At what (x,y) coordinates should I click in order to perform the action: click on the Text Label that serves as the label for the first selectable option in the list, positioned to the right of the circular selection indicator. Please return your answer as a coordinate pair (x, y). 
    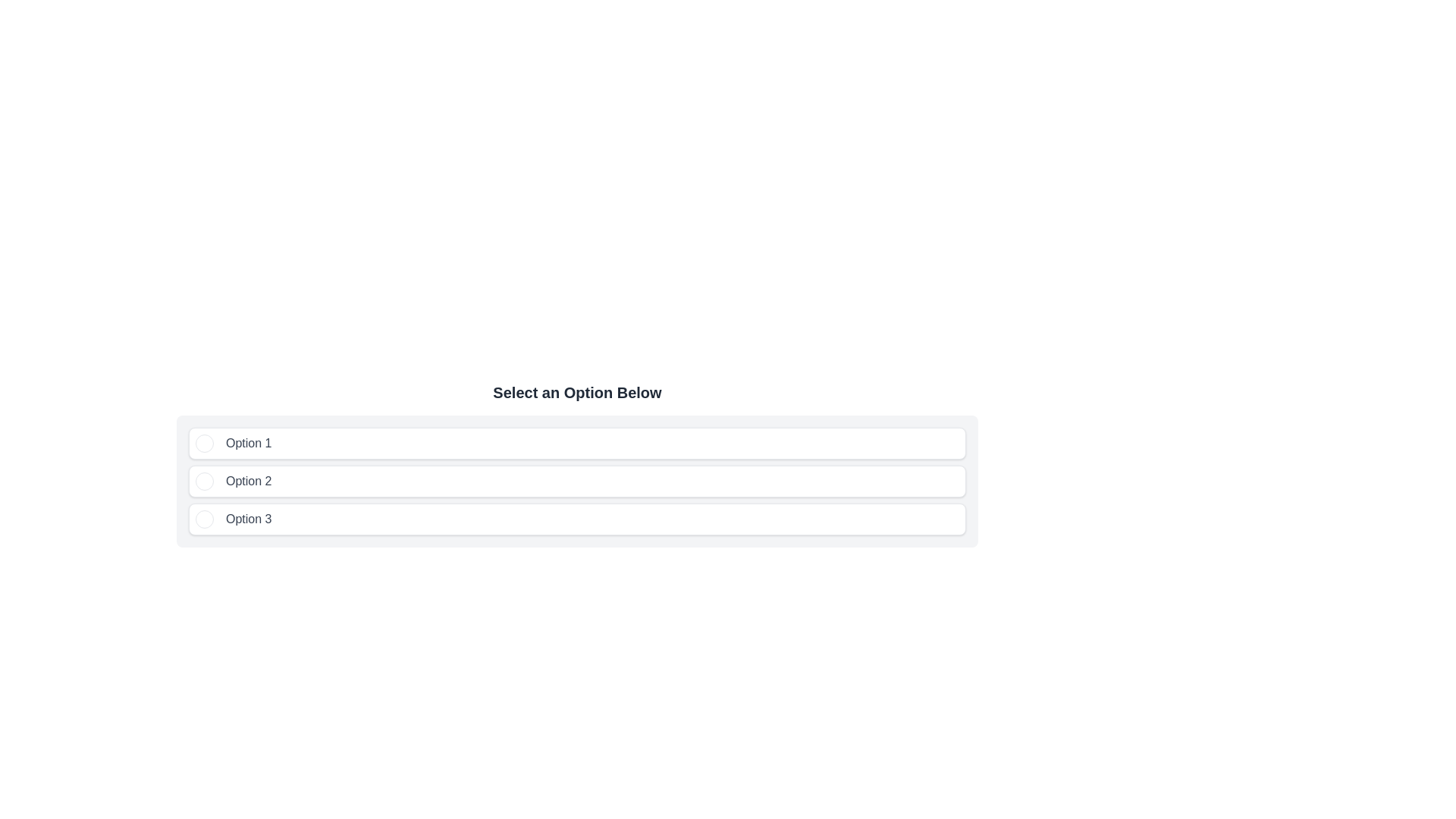
    Looking at the image, I should click on (249, 444).